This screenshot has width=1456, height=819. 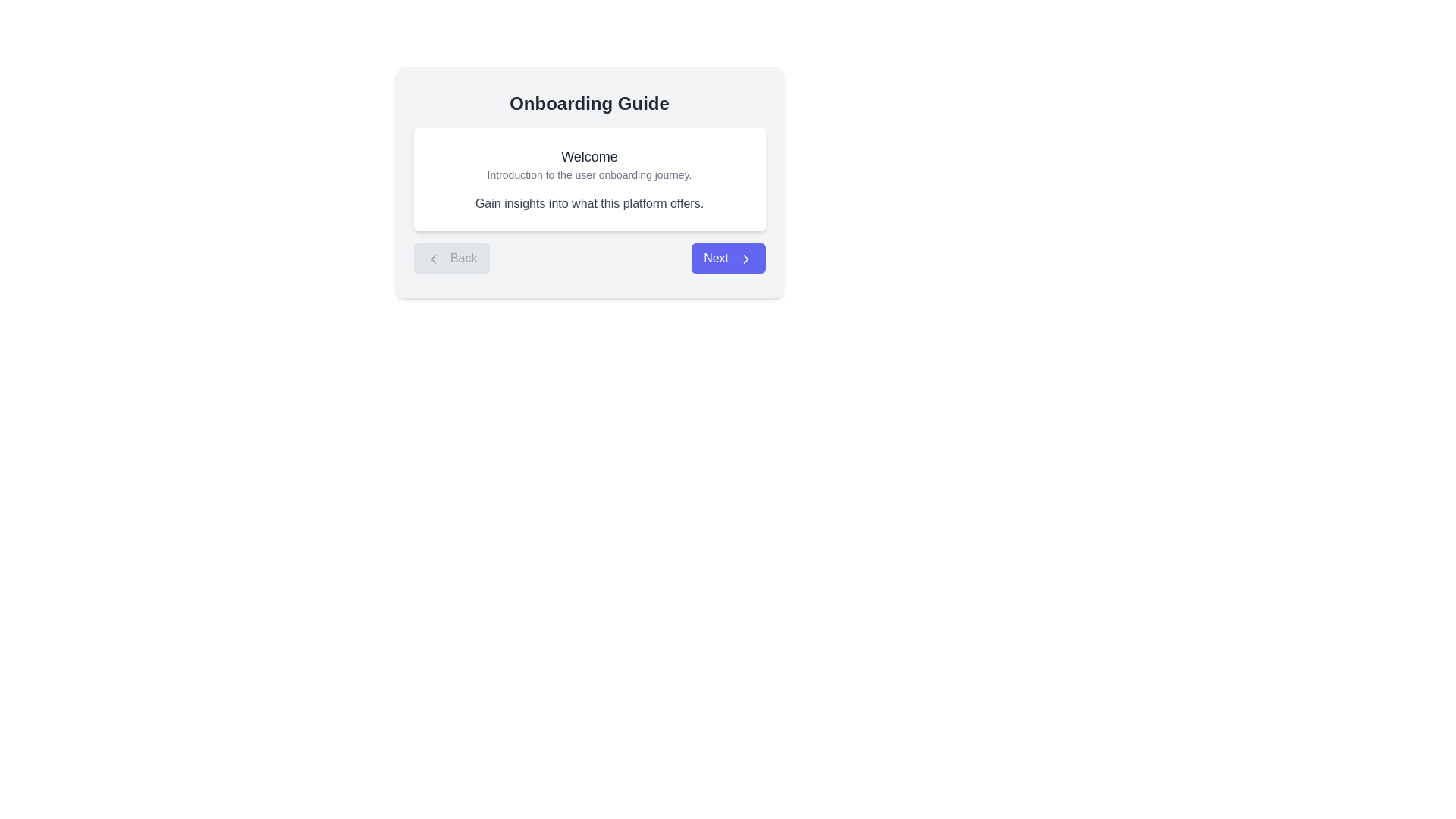 What do you see at coordinates (432, 258) in the screenshot?
I see `the left-facing chevron icon used for navigation, located in the back button area of the onboarding card, aligning with the 'Back' text` at bounding box center [432, 258].